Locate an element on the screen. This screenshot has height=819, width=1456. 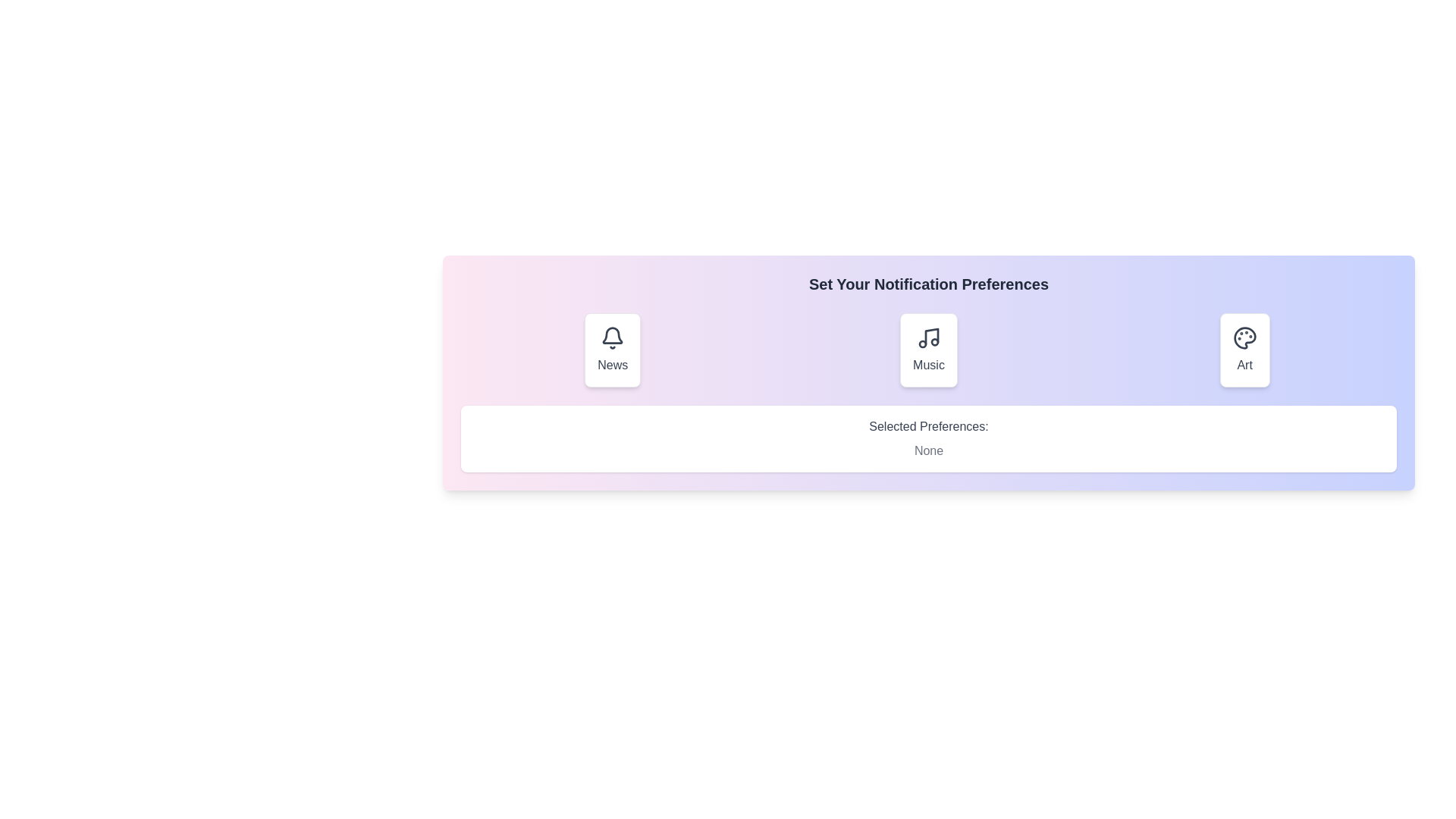
the notification icon representing alerts within the 'News' tile, located at the top section of the tile, to the left of the 'Music' and 'Art' tiles is located at coordinates (613, 337).